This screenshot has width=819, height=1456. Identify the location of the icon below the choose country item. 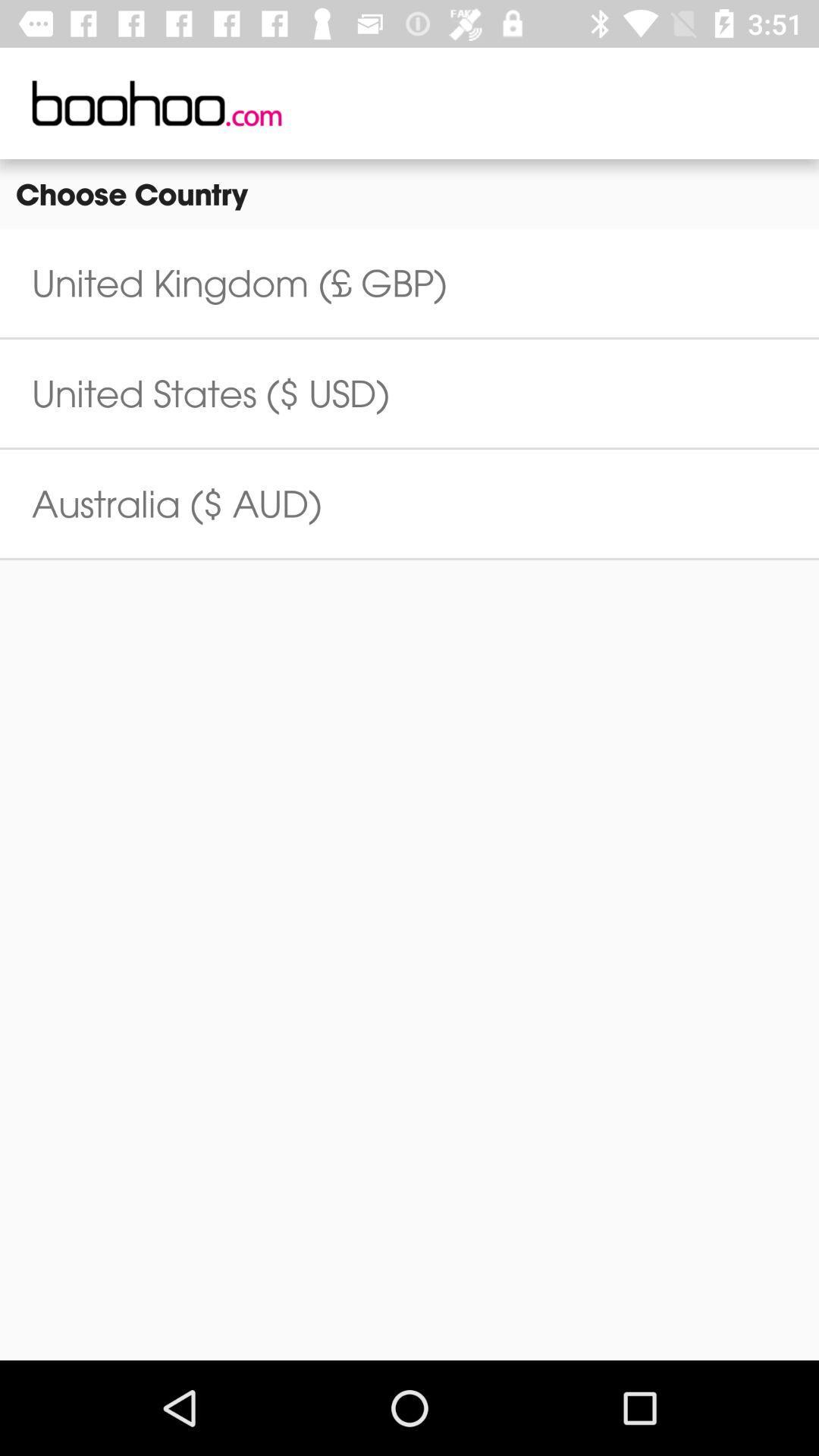
(239, 283).